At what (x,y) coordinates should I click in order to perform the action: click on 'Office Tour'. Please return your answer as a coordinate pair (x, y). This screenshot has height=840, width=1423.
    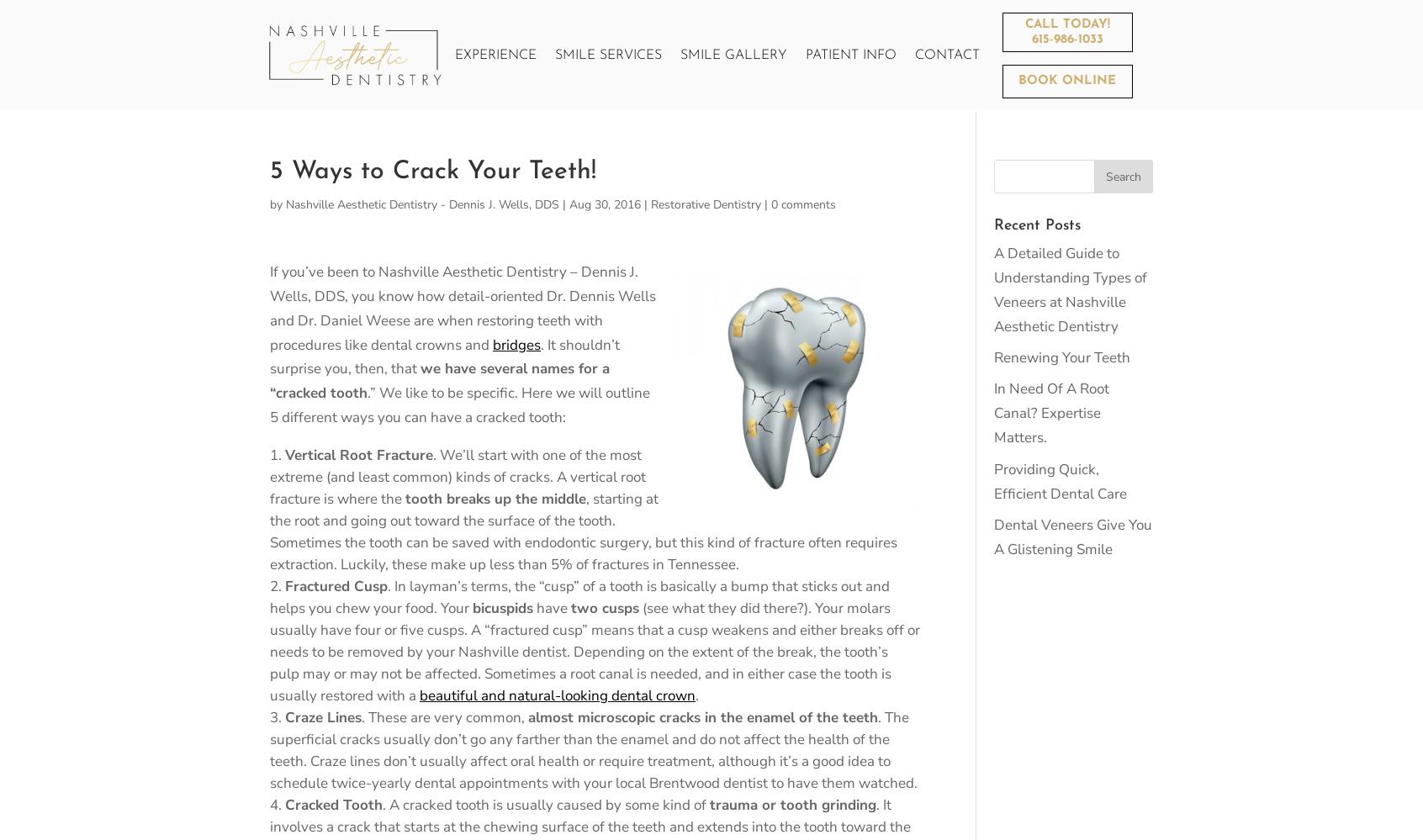
    Looking at the image, I should click on (463, 251).